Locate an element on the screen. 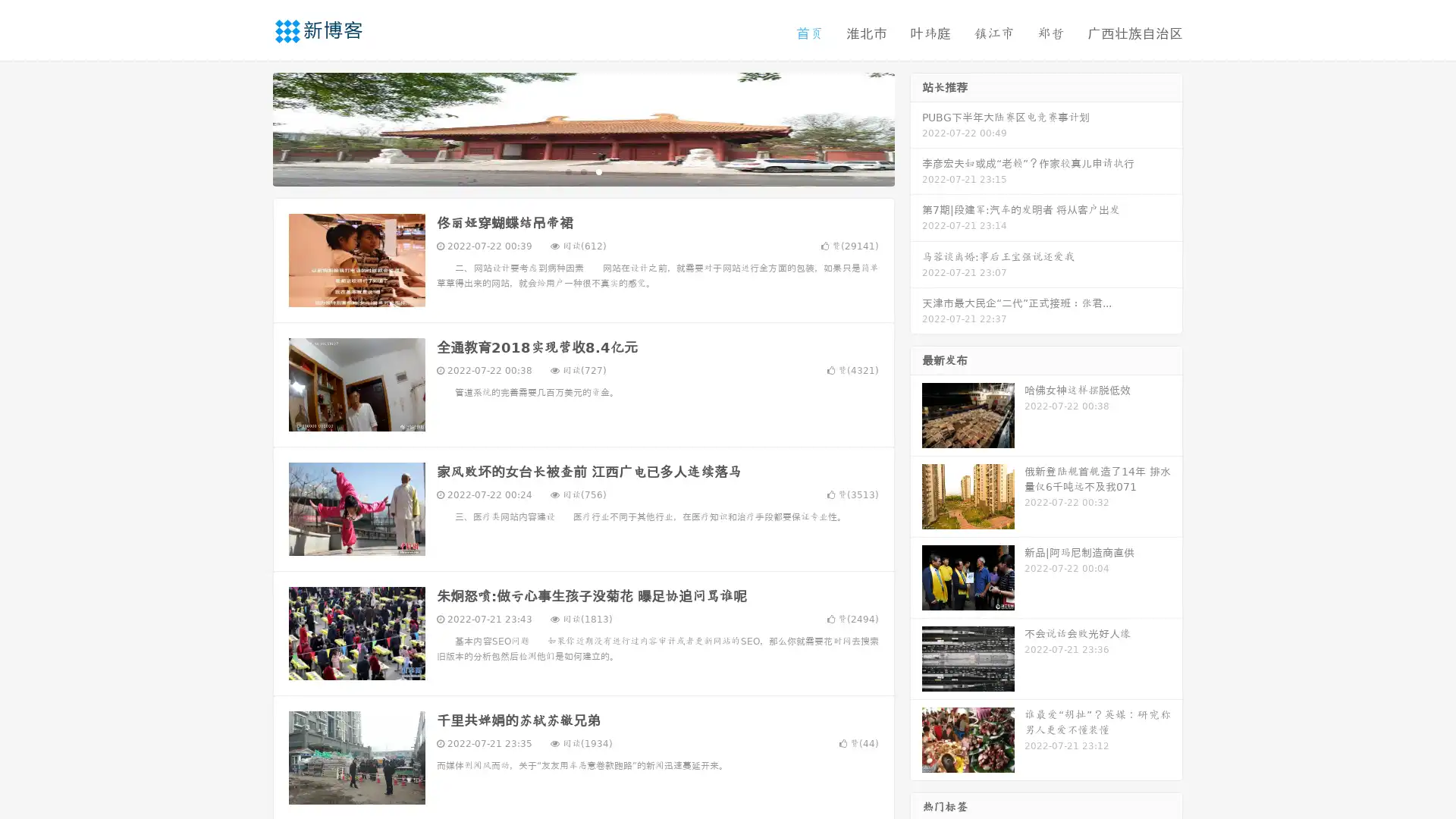  Next slide is located at coordinates (916, 127).